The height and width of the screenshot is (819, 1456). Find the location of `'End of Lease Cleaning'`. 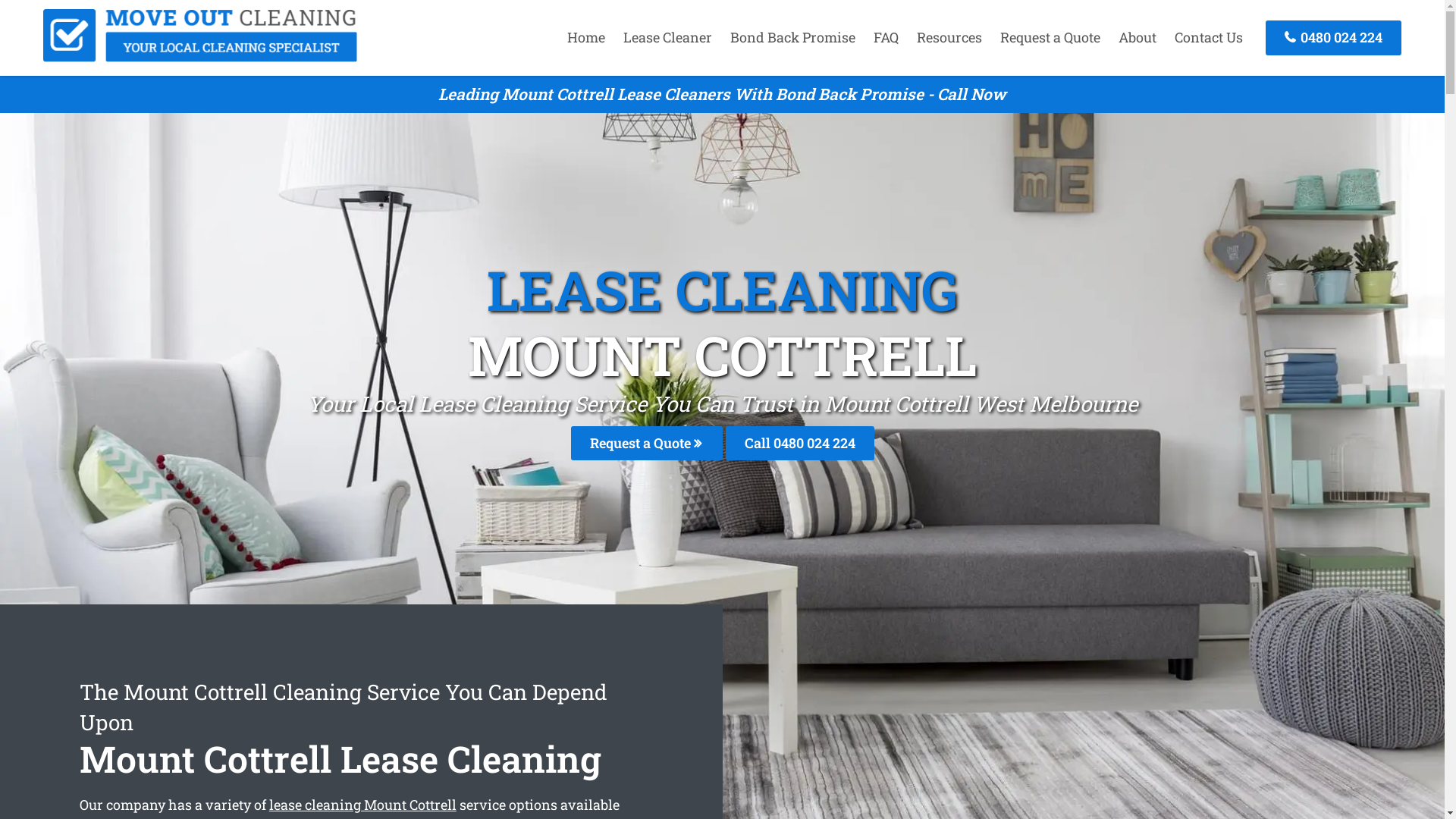

'End of Lease Cleaning' is located at coordinates (199, 55).